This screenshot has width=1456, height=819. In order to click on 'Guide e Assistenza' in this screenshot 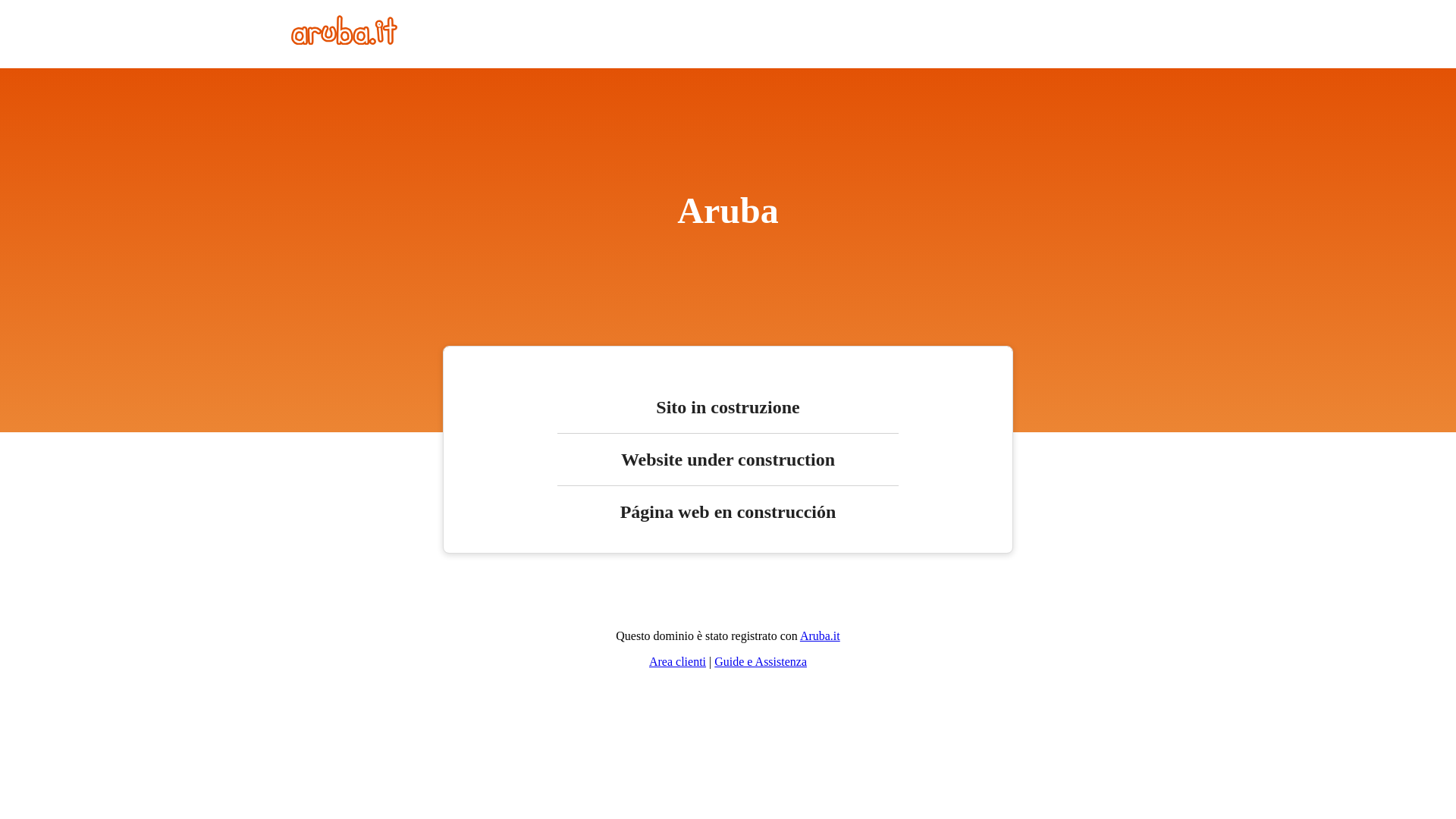, I will do `click(761, 661)`.